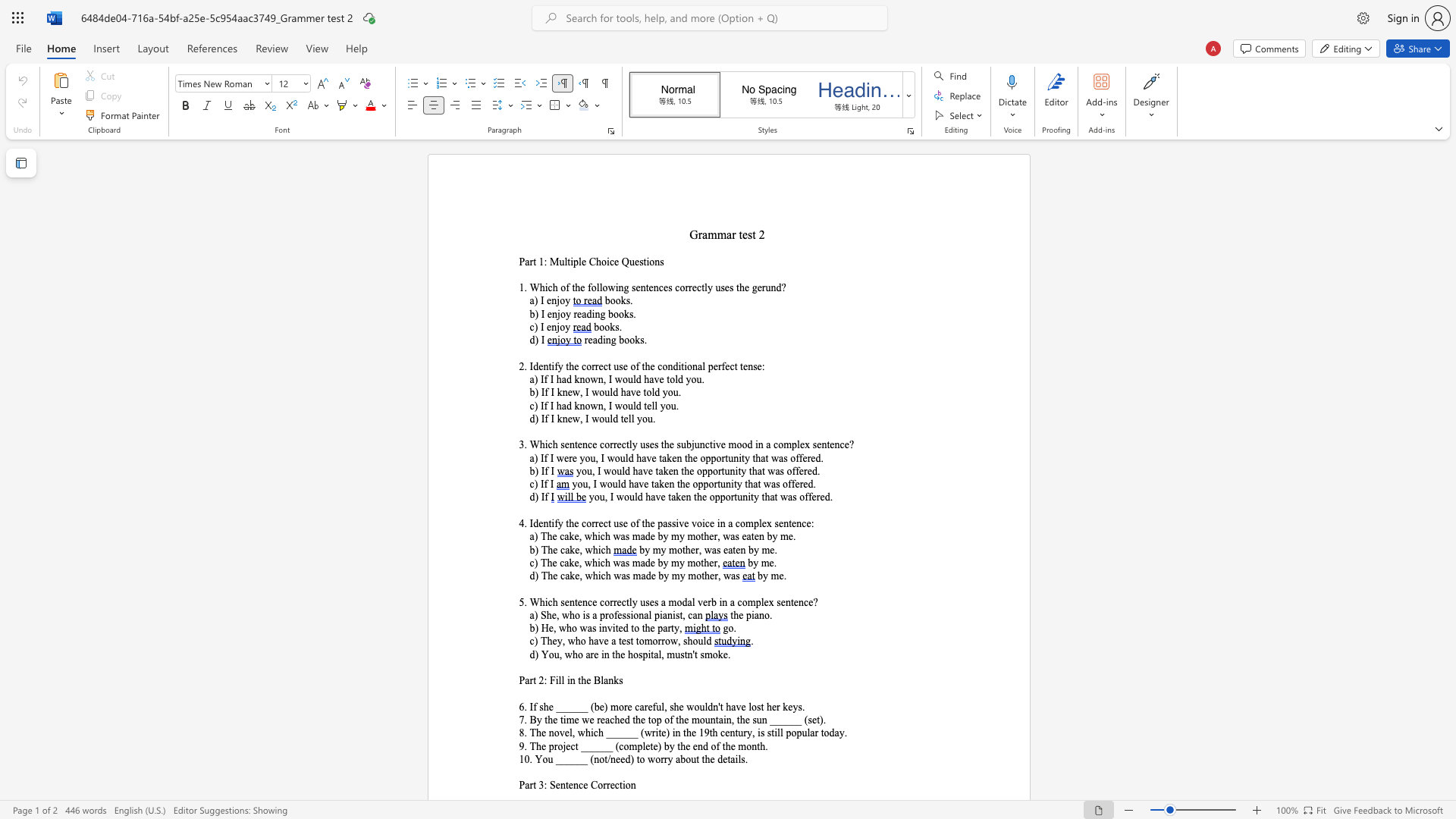 The image size is (1456, 819). Describe the element at coordinates (792, 707) in the screenshot. I see `the subset text "ys" within the text "have lost her keys."` at that location.